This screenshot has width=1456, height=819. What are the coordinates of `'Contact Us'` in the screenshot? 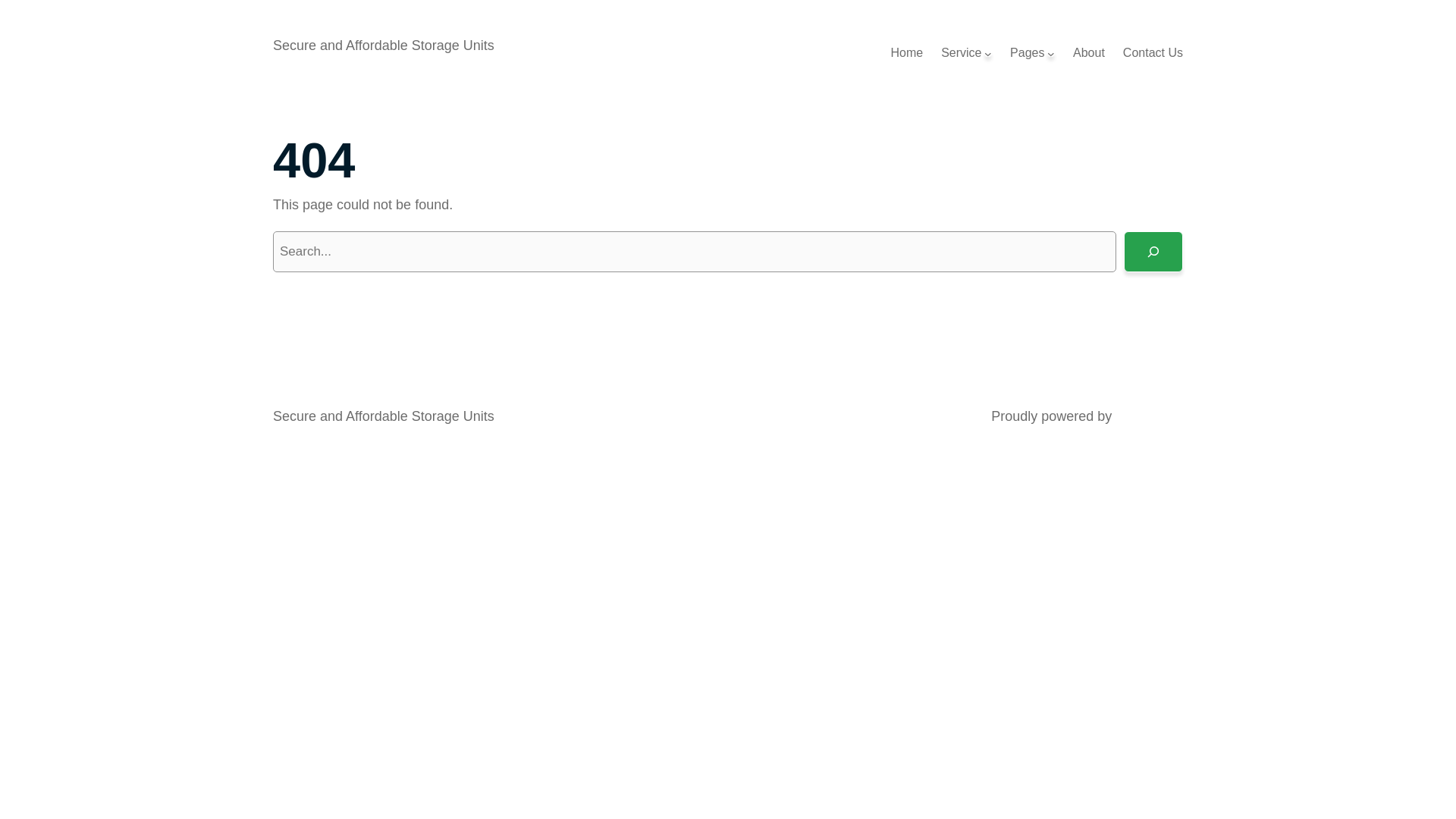 It's located at (1123, 52).